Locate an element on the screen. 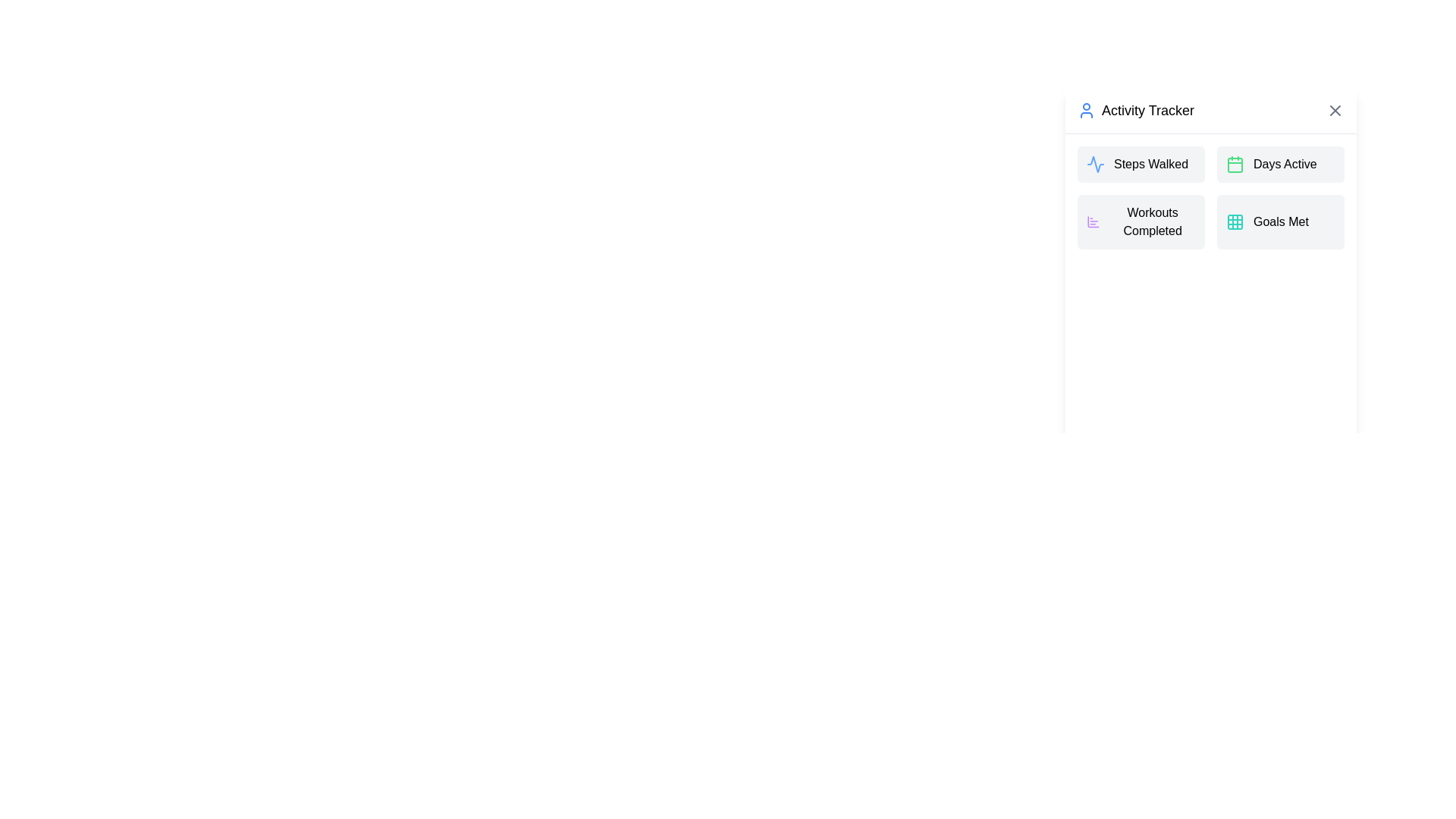 The height and width of the screenshot is (819, 1456). the 'Days Active' button-like widget with a green calendar icon in the upper right corner of the Activity Tracker interface is located at coordinates (1280, 164).